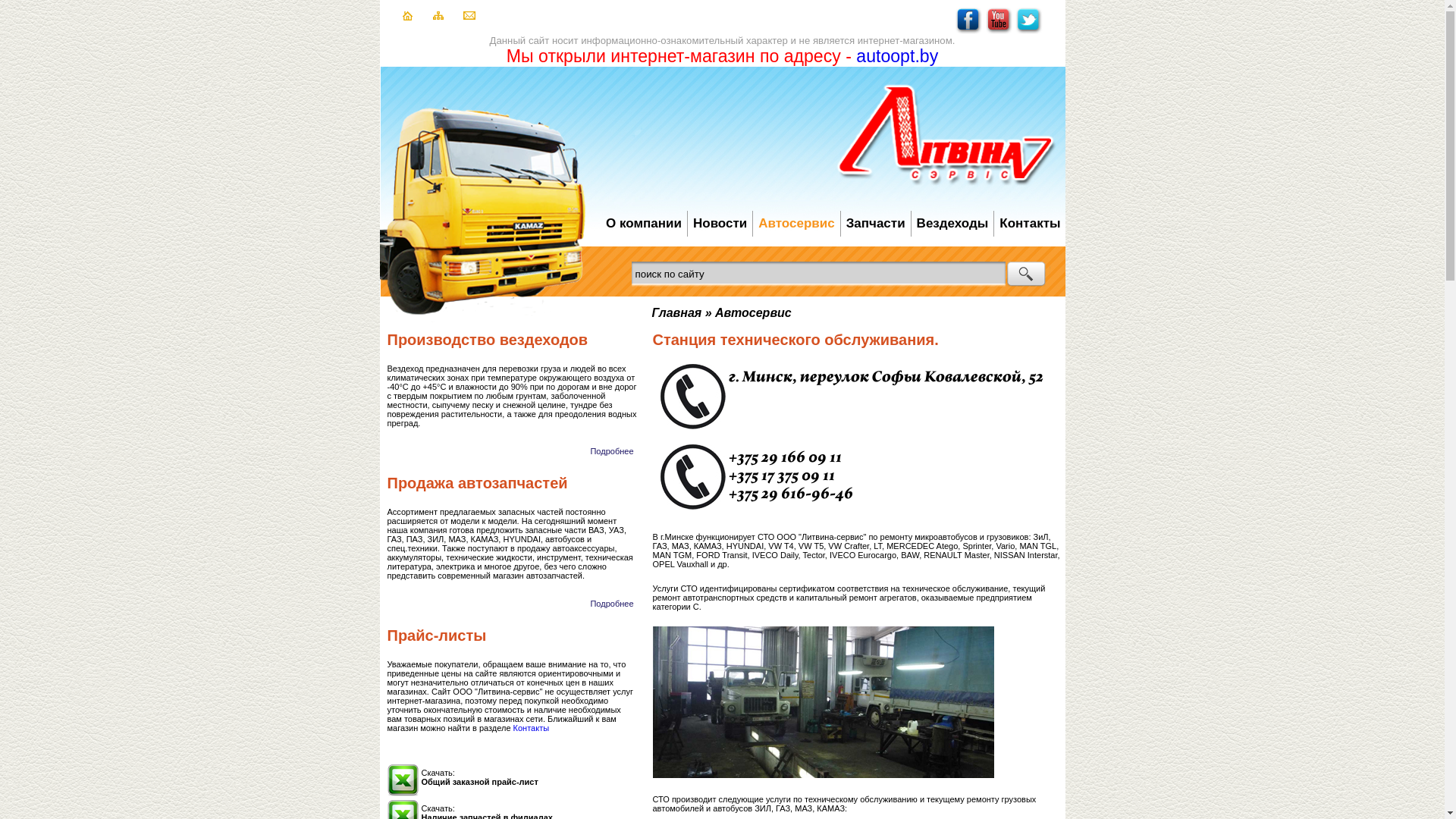 The image size is (1456, 819). I want to click on 'youtube', so click(986, 31).